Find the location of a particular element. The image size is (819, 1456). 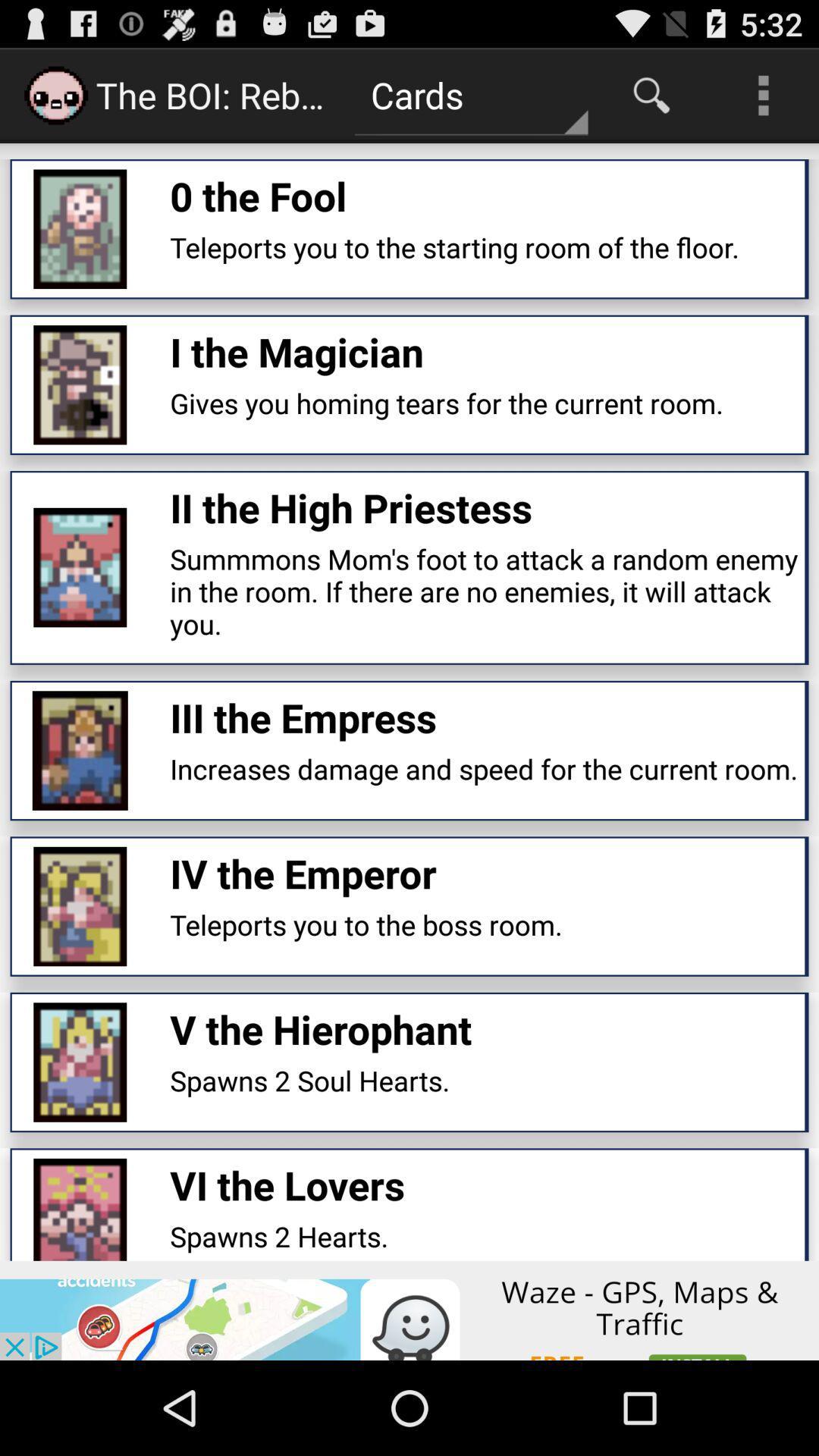

the image which is right to text iv the emperor is located at coordinates (80, 906).